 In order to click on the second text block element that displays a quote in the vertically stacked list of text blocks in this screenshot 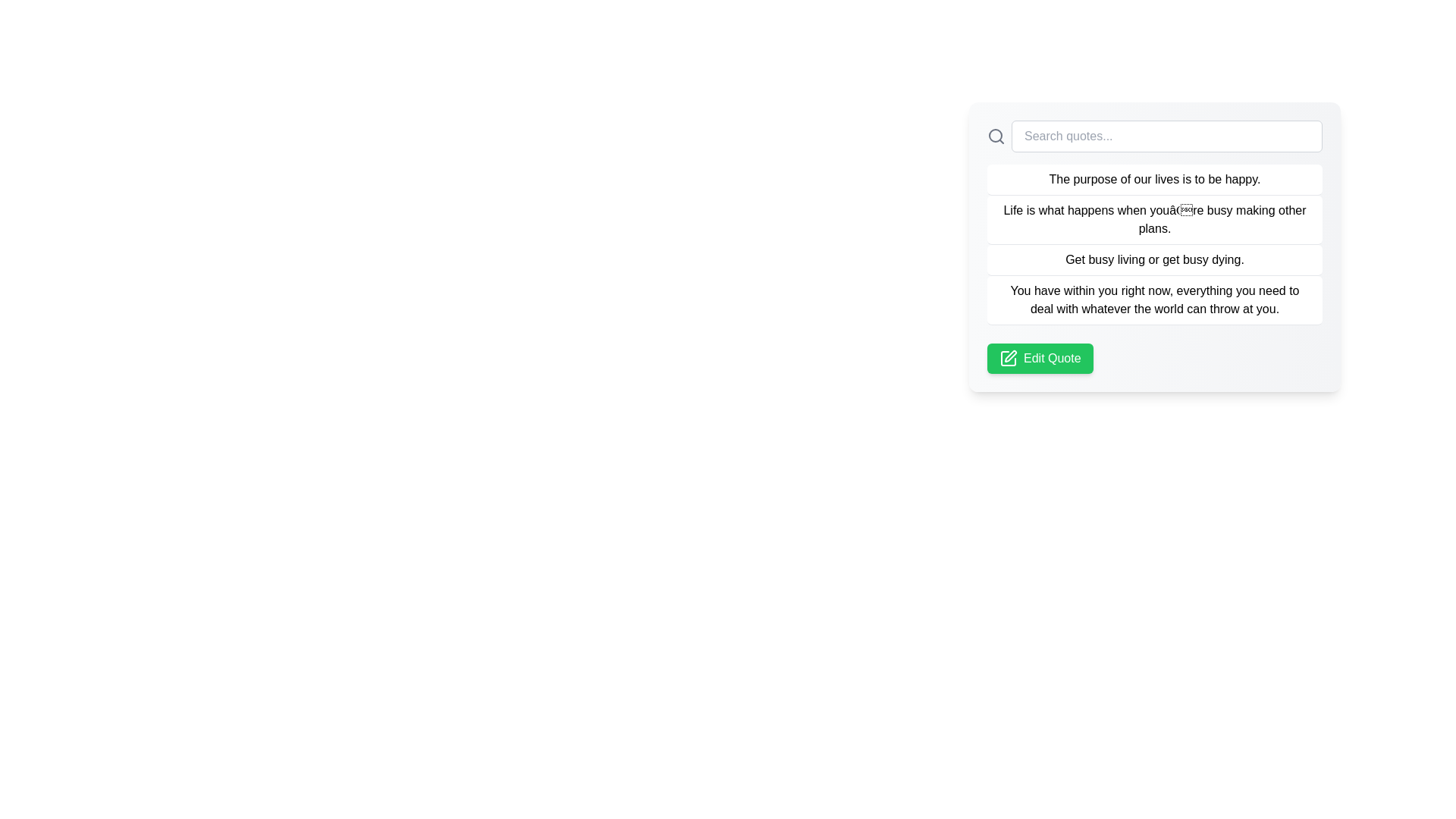, I will do `click(1153, 219)`.